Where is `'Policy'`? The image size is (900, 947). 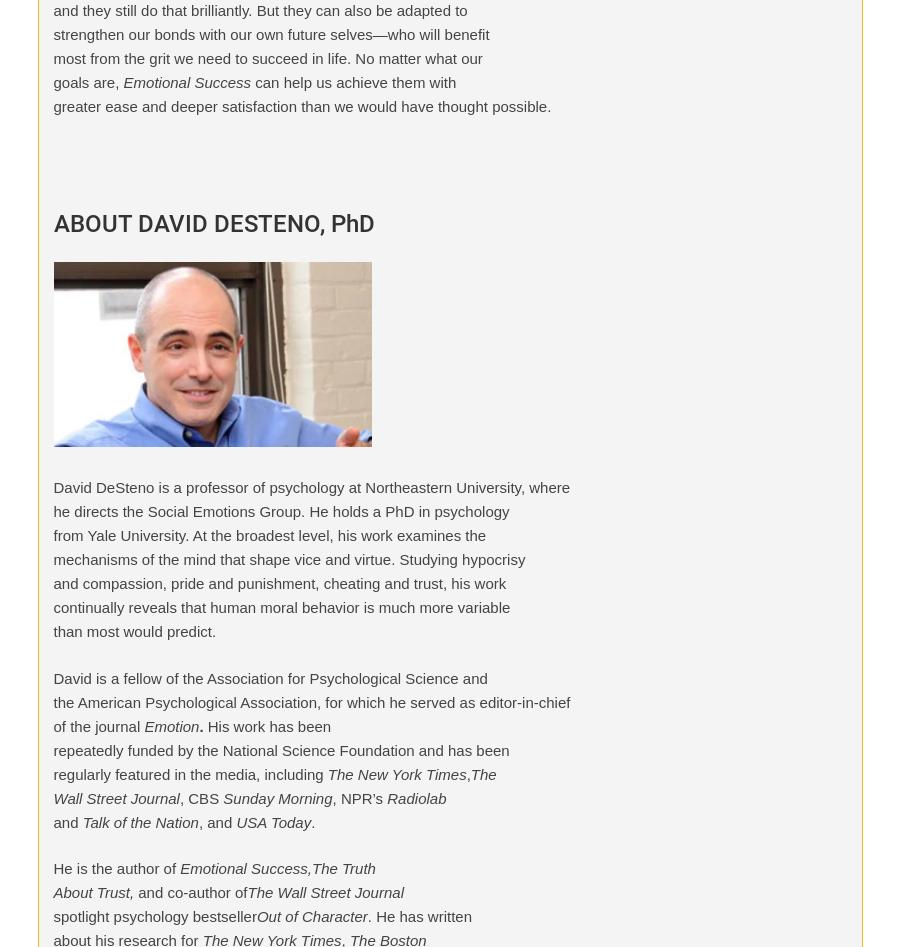
'Policy' is located at coordinates (353, 106).